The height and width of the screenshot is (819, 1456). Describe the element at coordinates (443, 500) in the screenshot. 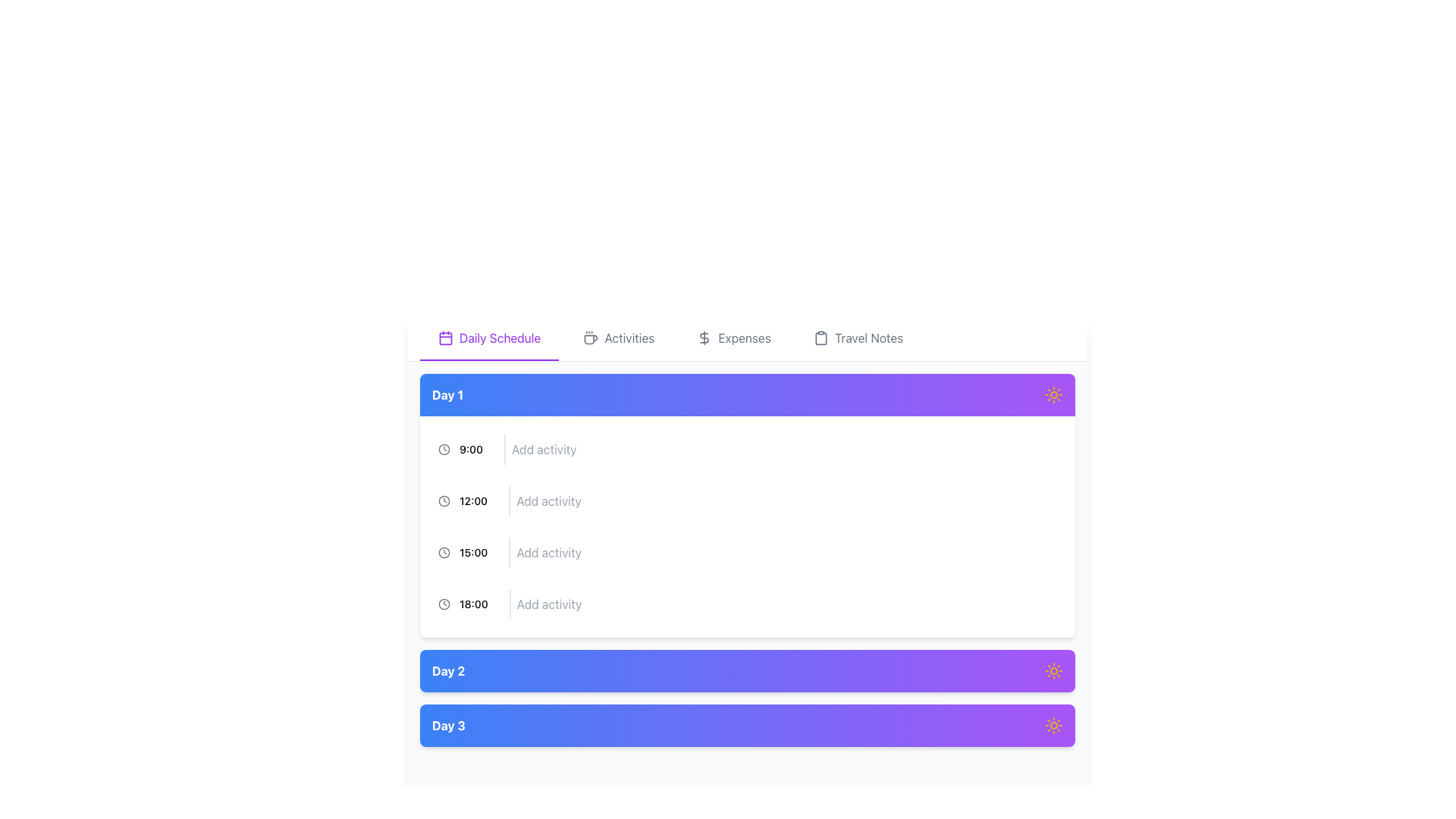

I see `the gray clock icon located in the '12:00' time row, positioned to the left of the text '12:00' in the 'Day 1' section of the schedule` at that location.